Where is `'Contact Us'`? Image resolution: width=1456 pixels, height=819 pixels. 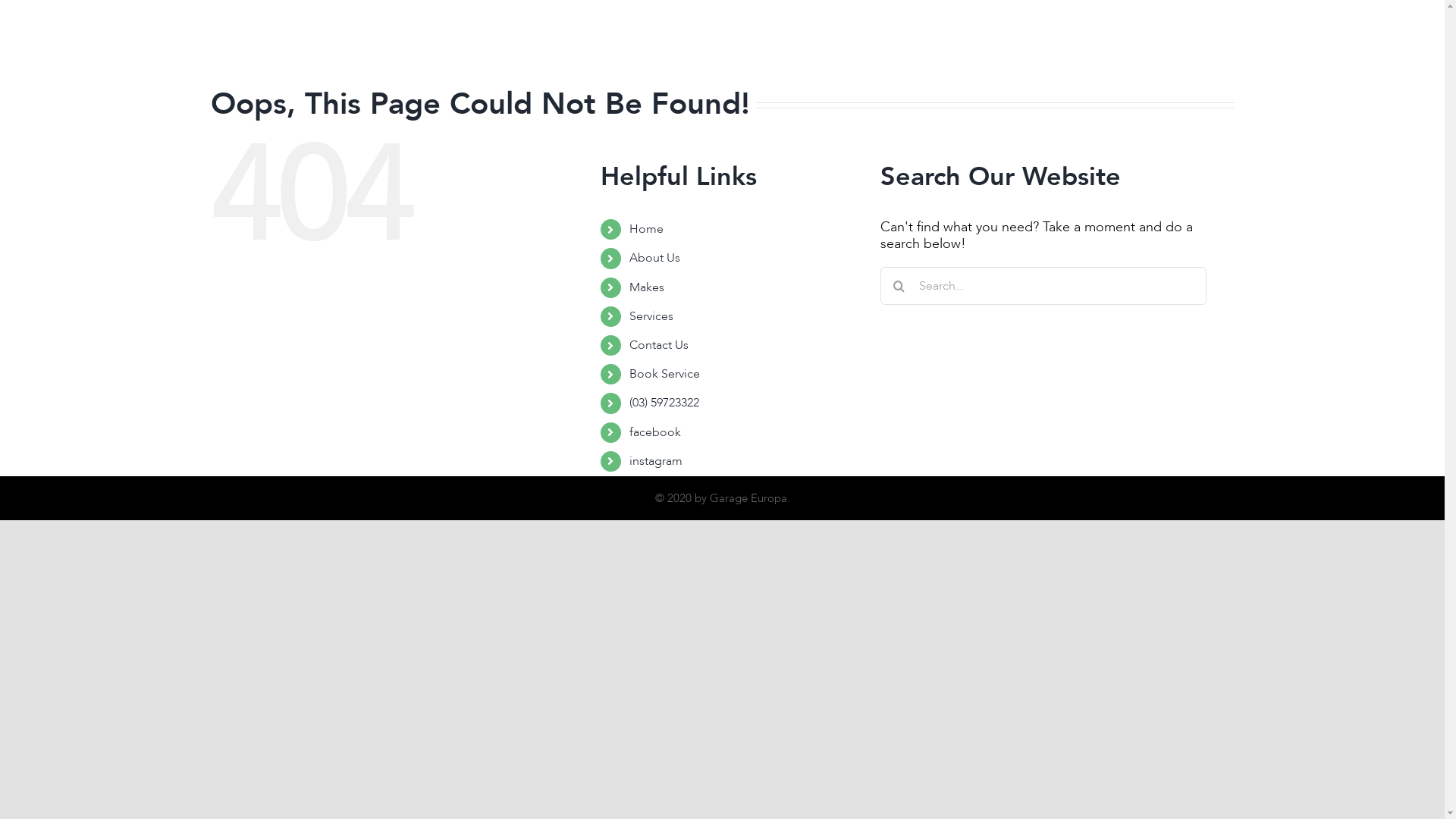
'Contact Us' is located at coordinates (658, 345).